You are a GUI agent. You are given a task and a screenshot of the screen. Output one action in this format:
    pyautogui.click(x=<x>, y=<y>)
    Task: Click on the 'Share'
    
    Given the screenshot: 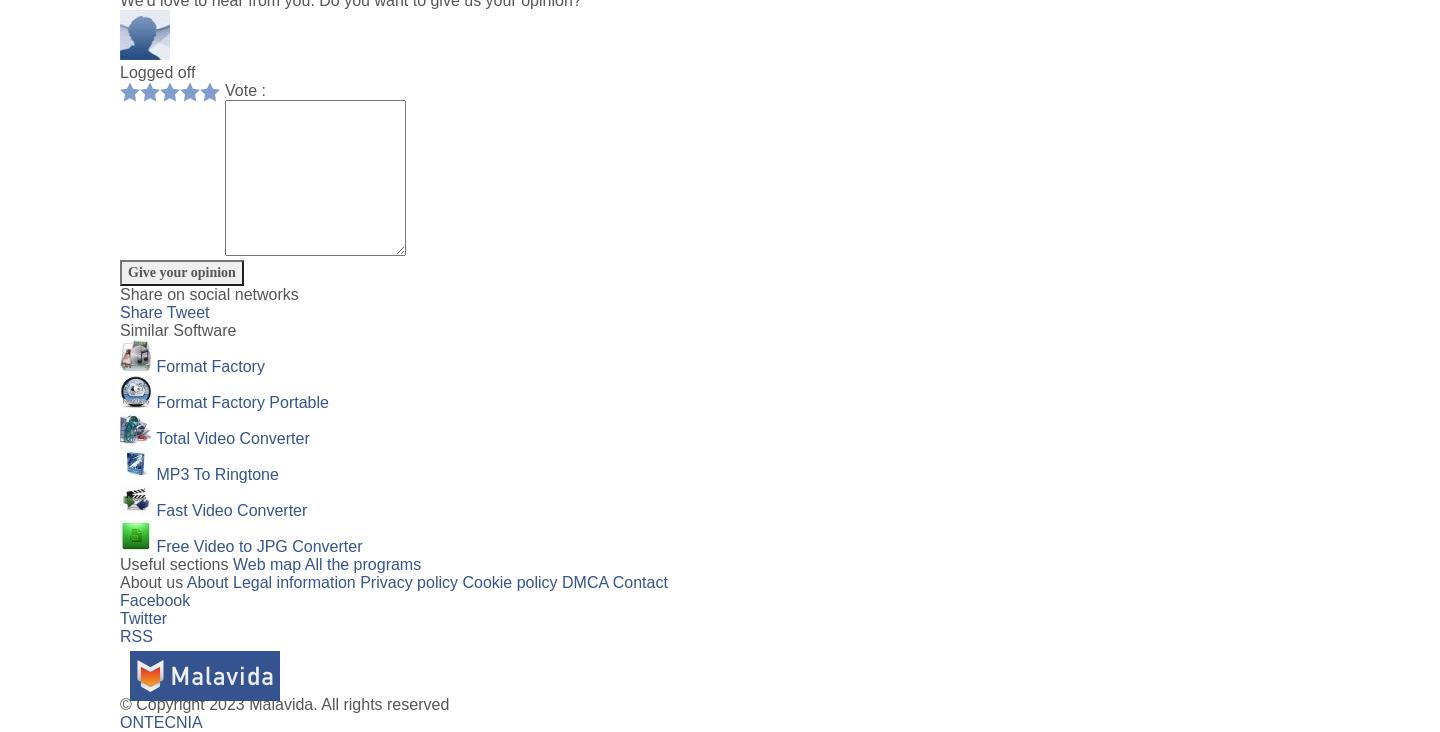 What is the action you would take?
    pyautogui.click(x=141, y=312)
    